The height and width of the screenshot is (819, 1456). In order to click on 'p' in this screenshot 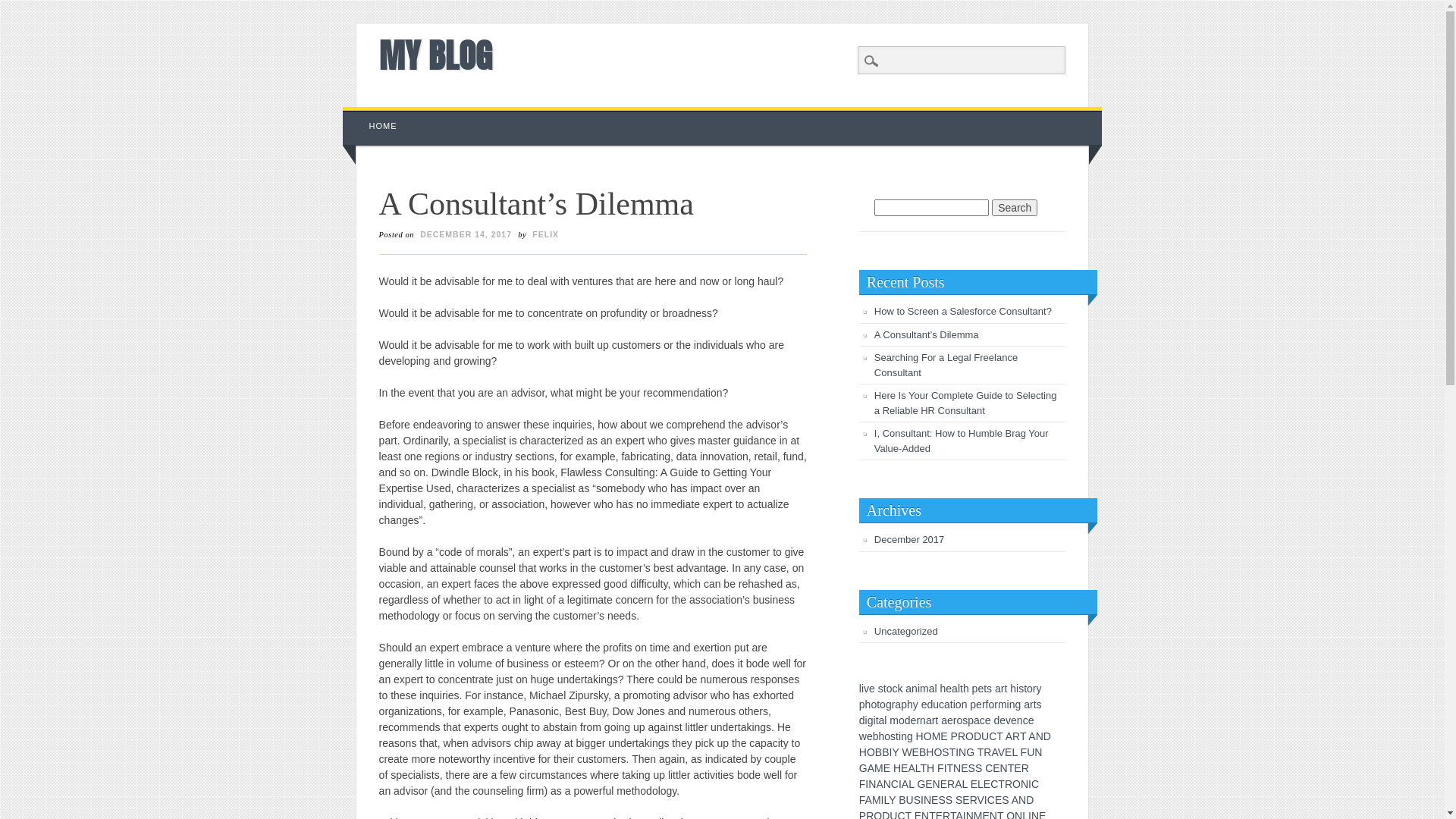, I will do `click(903, 704)`.